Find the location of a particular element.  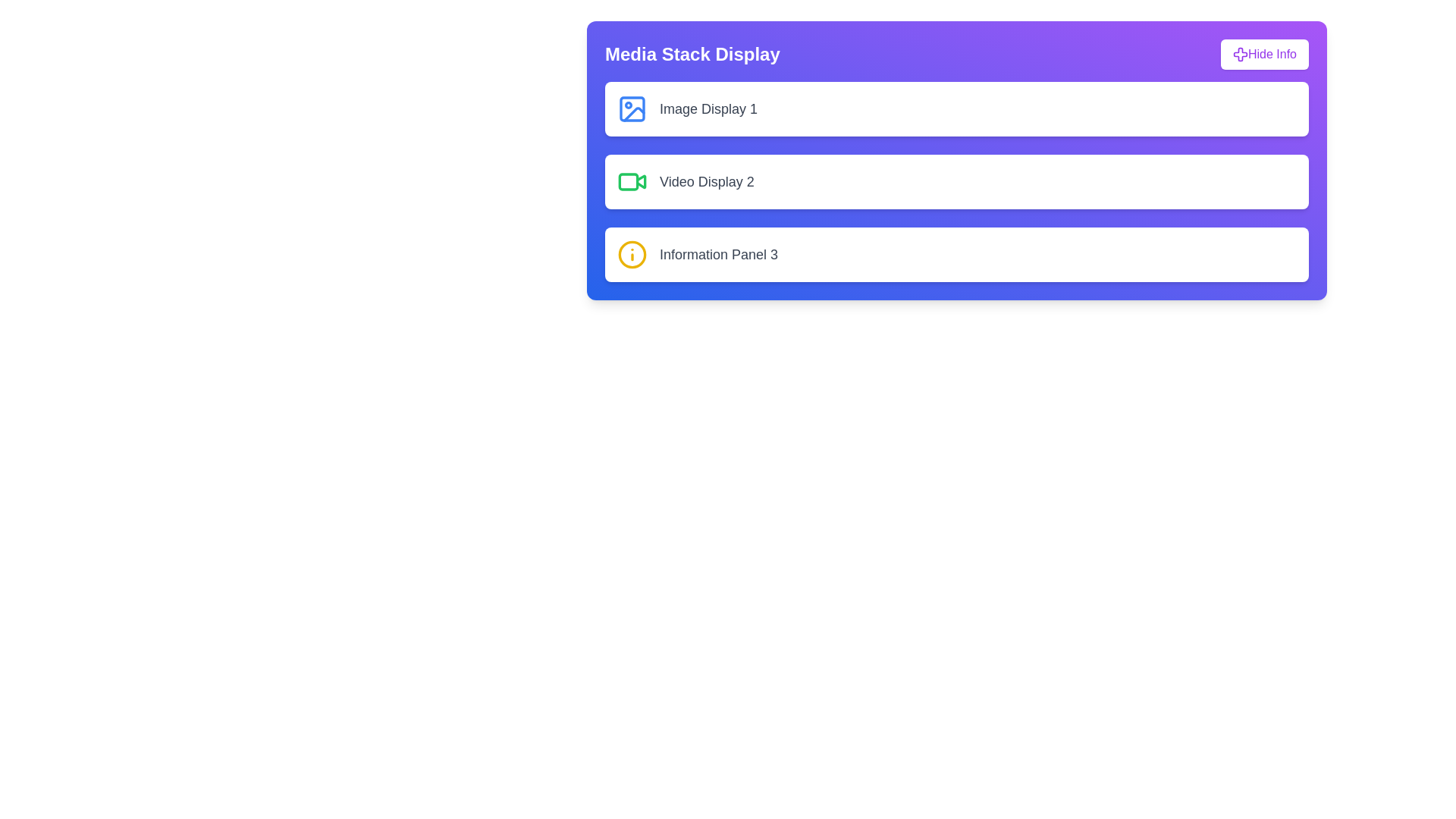

the video icon located to the left of 'Video Display 2' in the second entry of the 'Media Stack Display' list is located at coordinates (632, 180).